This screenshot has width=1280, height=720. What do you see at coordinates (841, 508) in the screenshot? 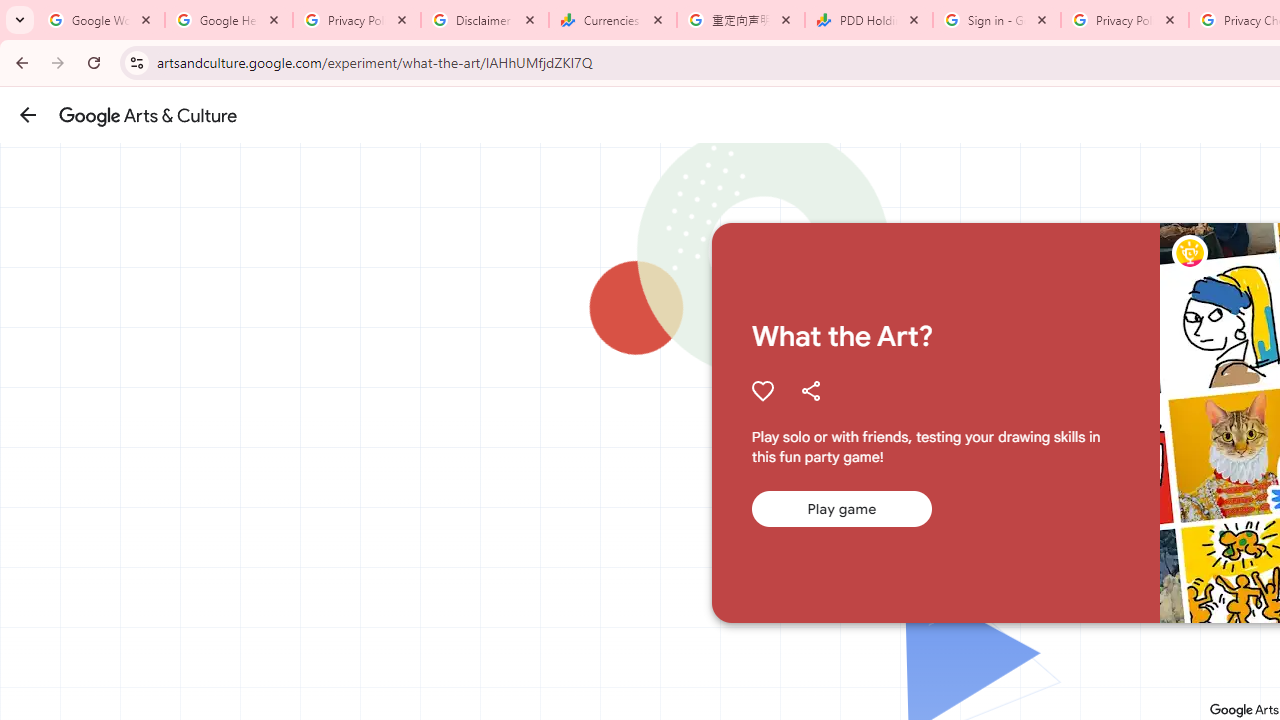
I see `'Play game'` at bounding box center [841, 508].